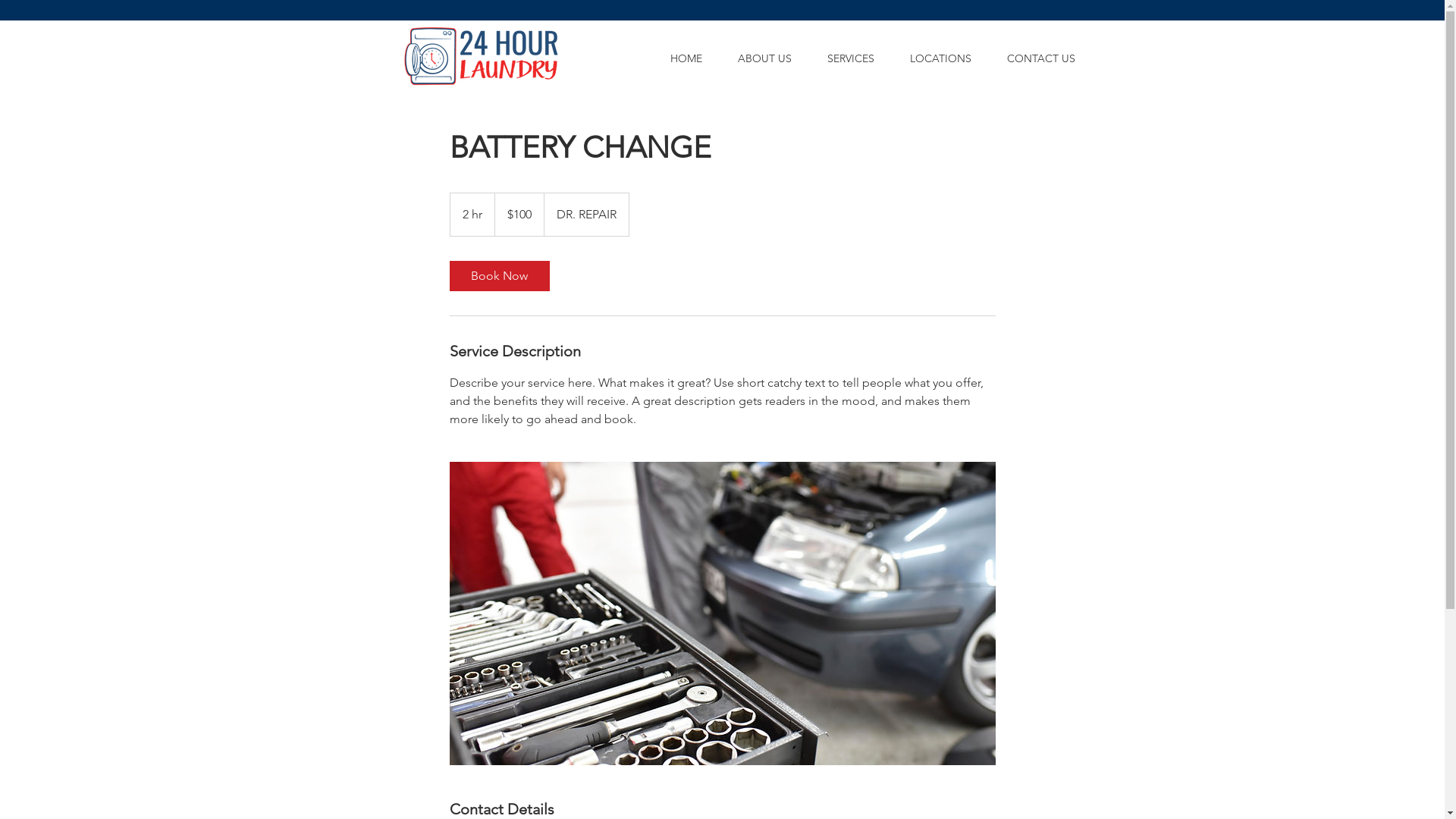  What do you see at coordinates (498, 275) in the screenshot?
I see `'Book Now'` at bounding box center [498, 275].